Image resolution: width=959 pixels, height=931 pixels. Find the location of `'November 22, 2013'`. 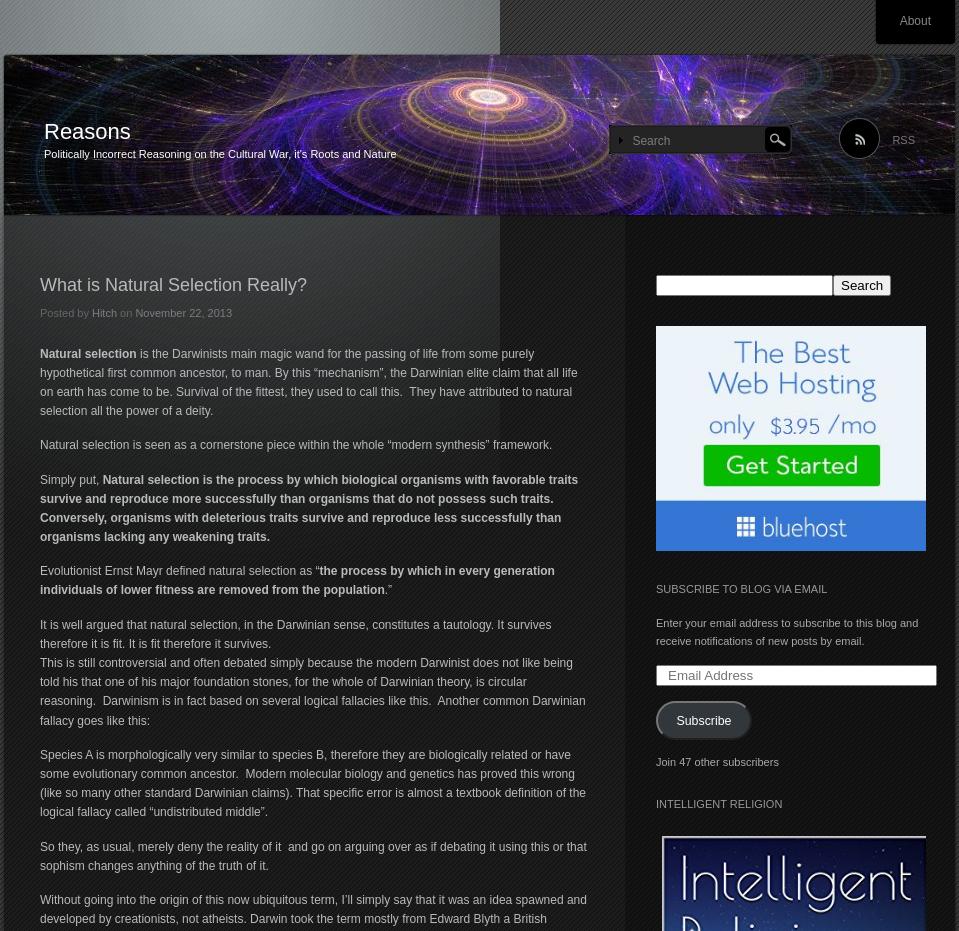

'November 22, 2013' is located at coordinates (182, 310).